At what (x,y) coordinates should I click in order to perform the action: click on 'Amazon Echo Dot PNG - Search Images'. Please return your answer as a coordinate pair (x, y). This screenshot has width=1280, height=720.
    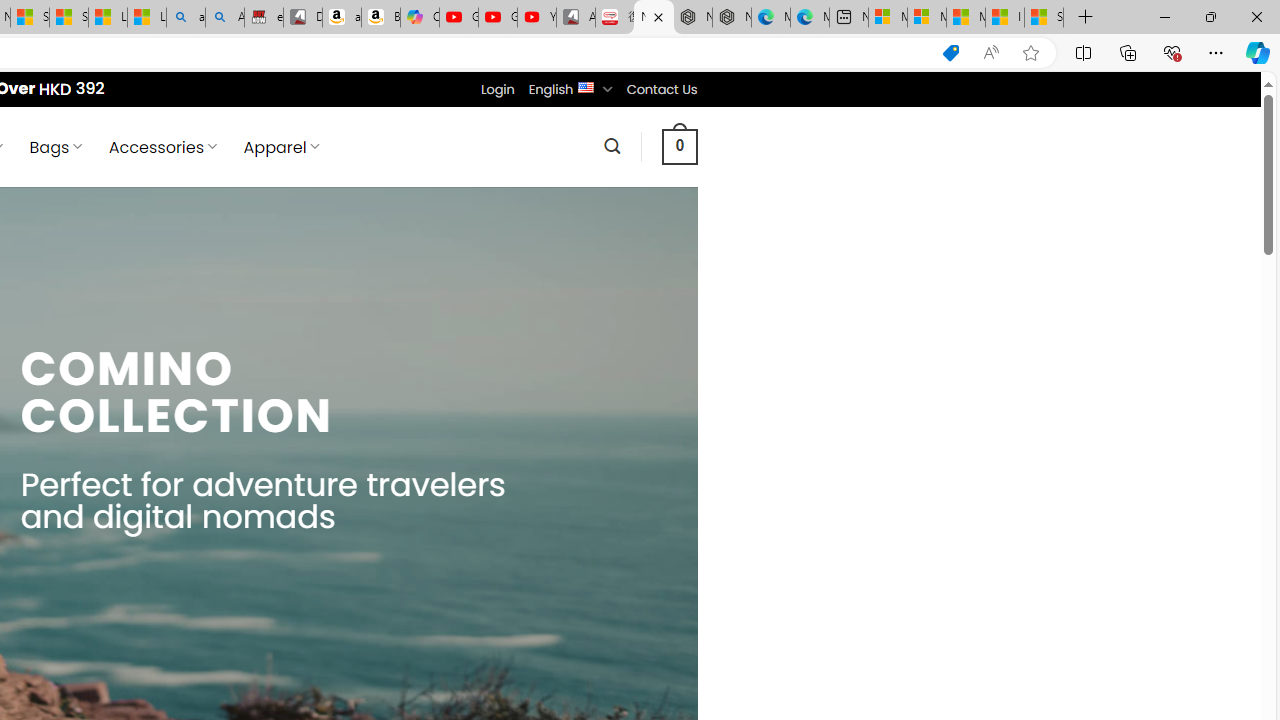
    Looking at the image, I should click on (225, 17).